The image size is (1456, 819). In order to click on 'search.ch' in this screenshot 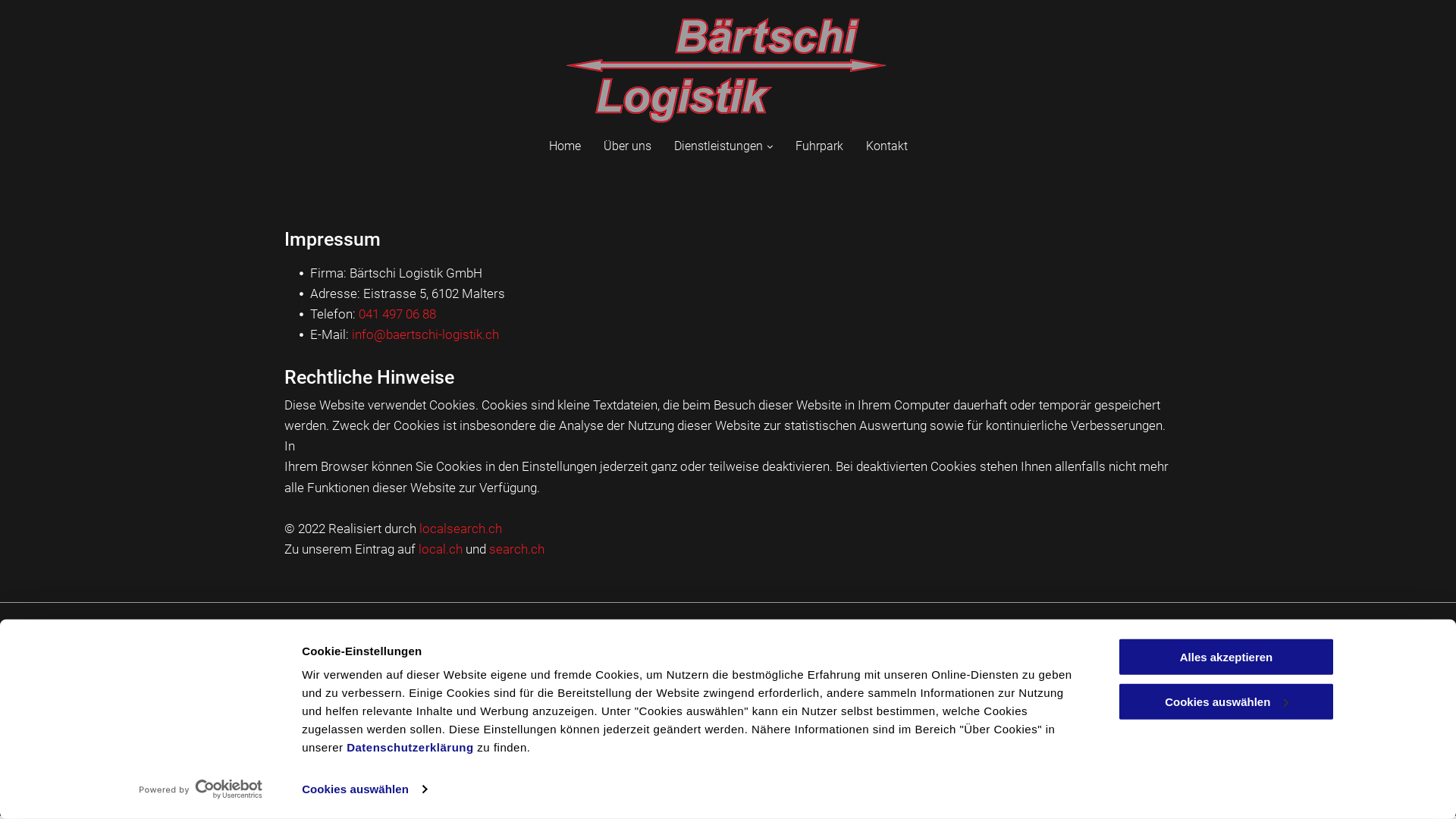, I will do `click(516, 549)`.